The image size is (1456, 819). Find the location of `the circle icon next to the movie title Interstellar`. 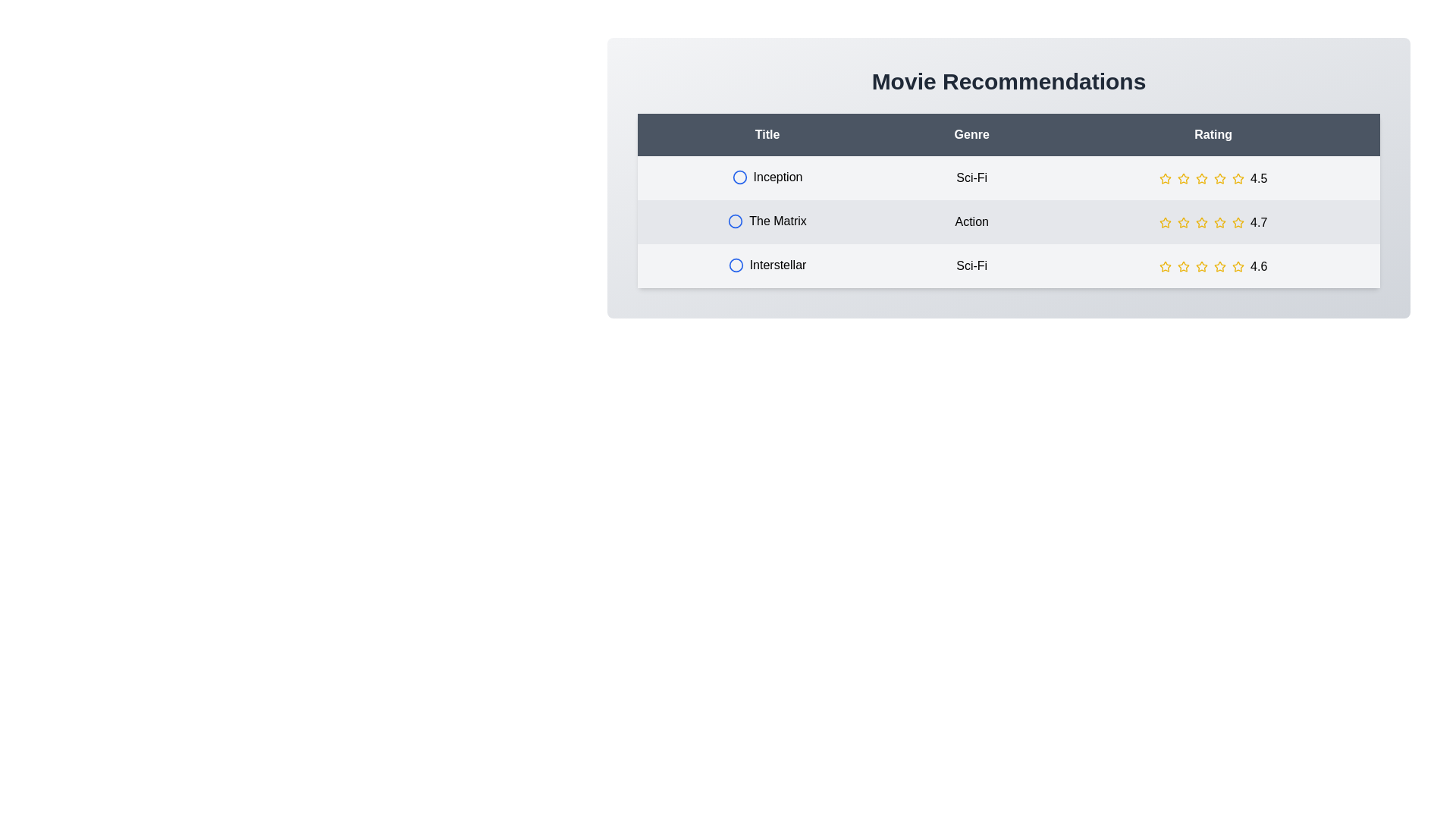

the circle icon next to the movie title Interstellar is located at coordinates (736, 265).